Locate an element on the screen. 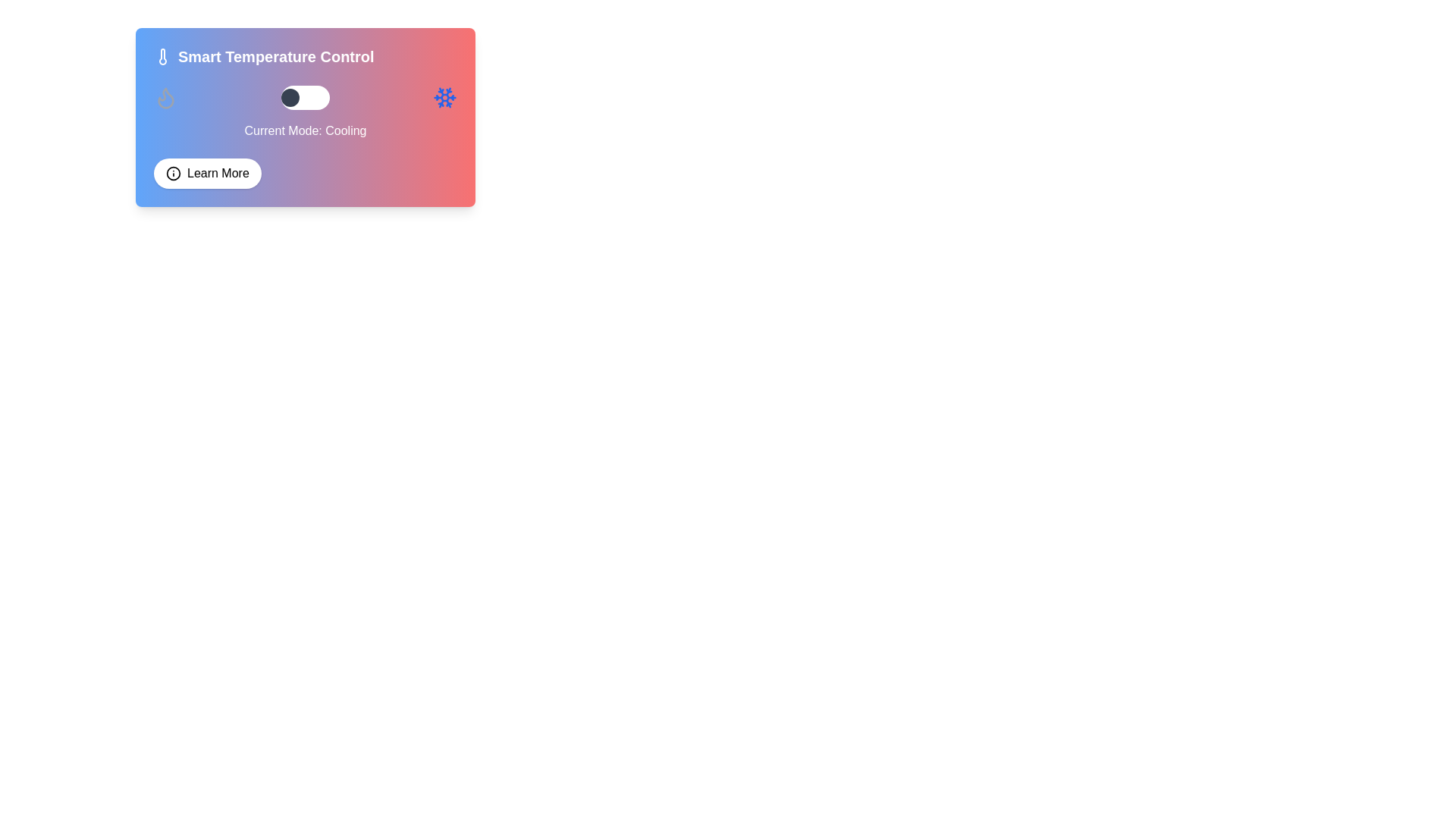 The image size is (1456, 819). the horizontal toggle switch with a white background and rounded edges to change its state is located at coordinates (305, 97).